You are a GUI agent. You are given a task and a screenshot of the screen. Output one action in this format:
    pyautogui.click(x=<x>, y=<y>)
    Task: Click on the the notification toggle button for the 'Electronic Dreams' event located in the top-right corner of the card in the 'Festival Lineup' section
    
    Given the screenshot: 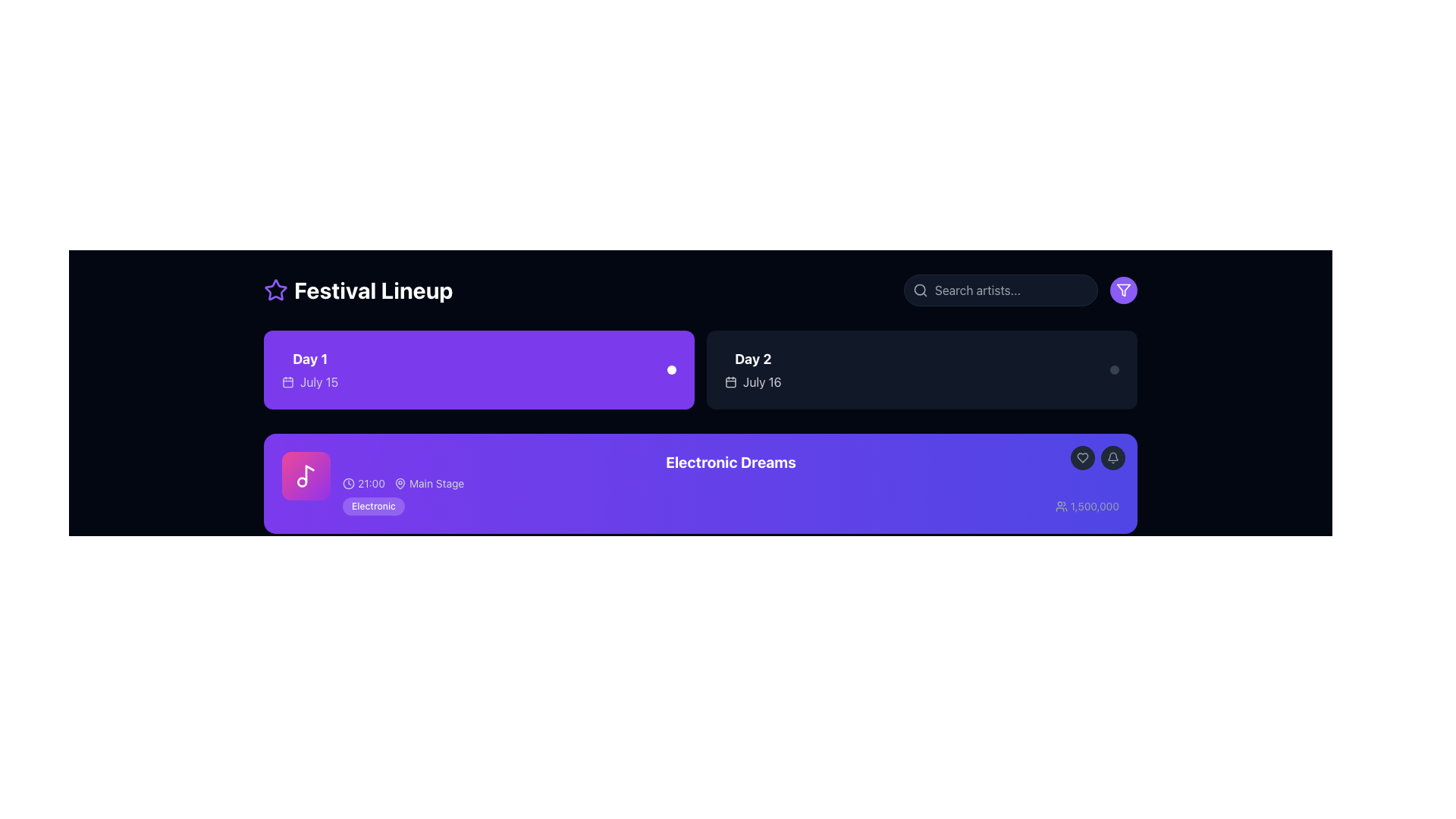 What is the action you would take?
    pyautogui.click(x=1098, y=457)
    